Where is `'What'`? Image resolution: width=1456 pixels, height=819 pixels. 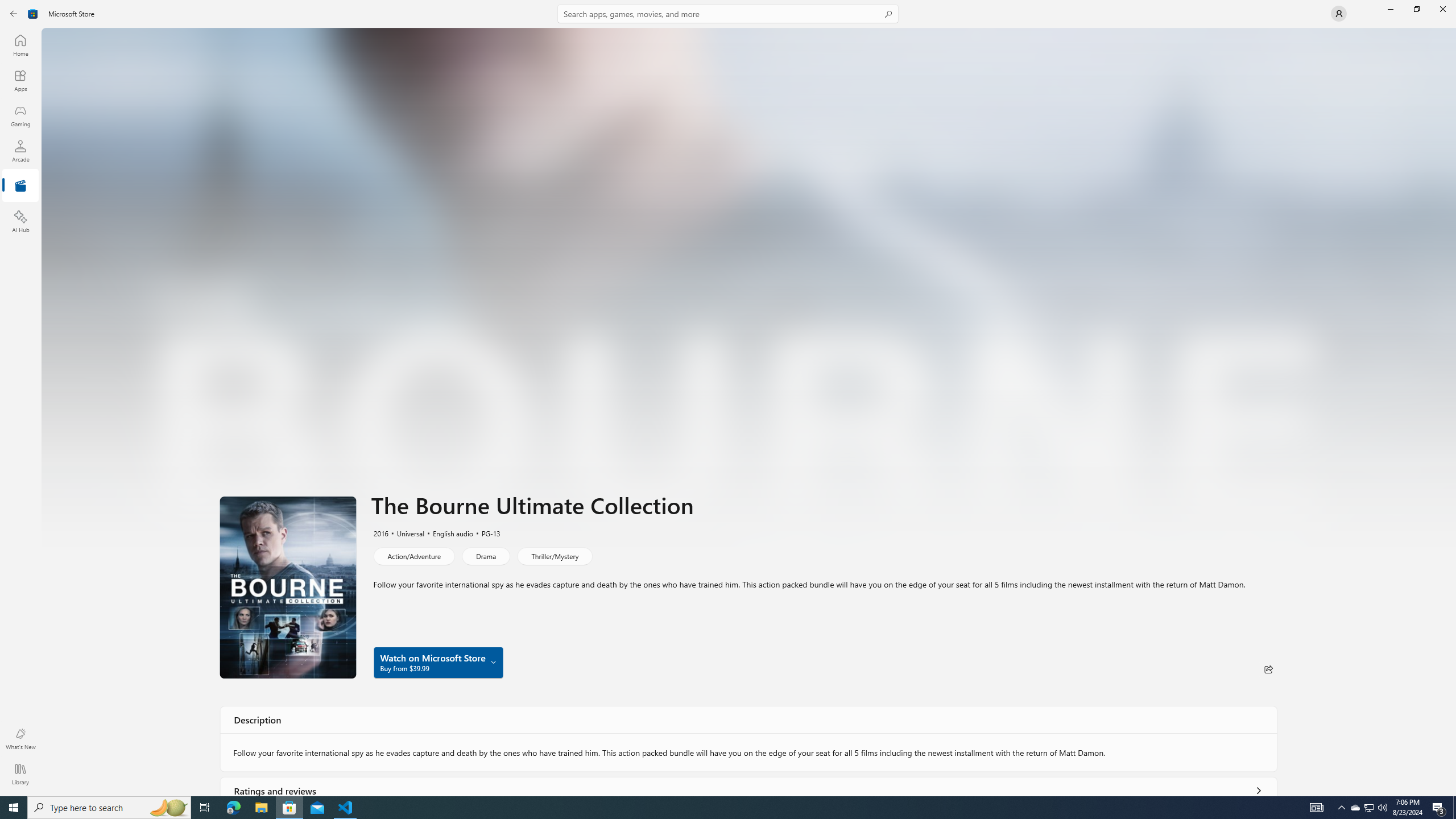
'What' is located at coordinates (19, 738).